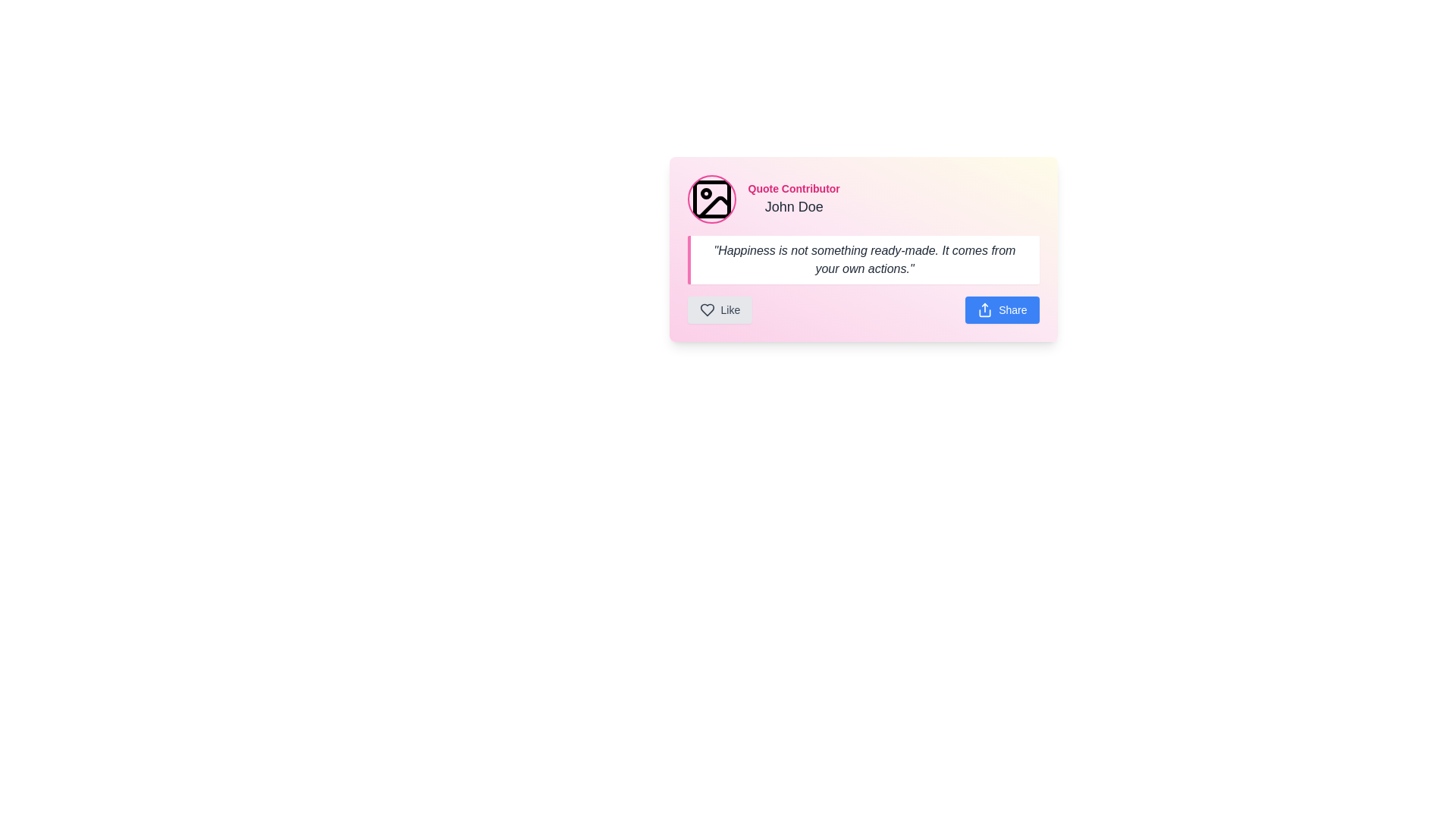 Image resolution: width=1456 pixels, height=819 pixels. Describe the element at coordinates (711, 198) in the screenshot. I see `the Profile Image Placeholder for contributor 'John Doe'` at that location.